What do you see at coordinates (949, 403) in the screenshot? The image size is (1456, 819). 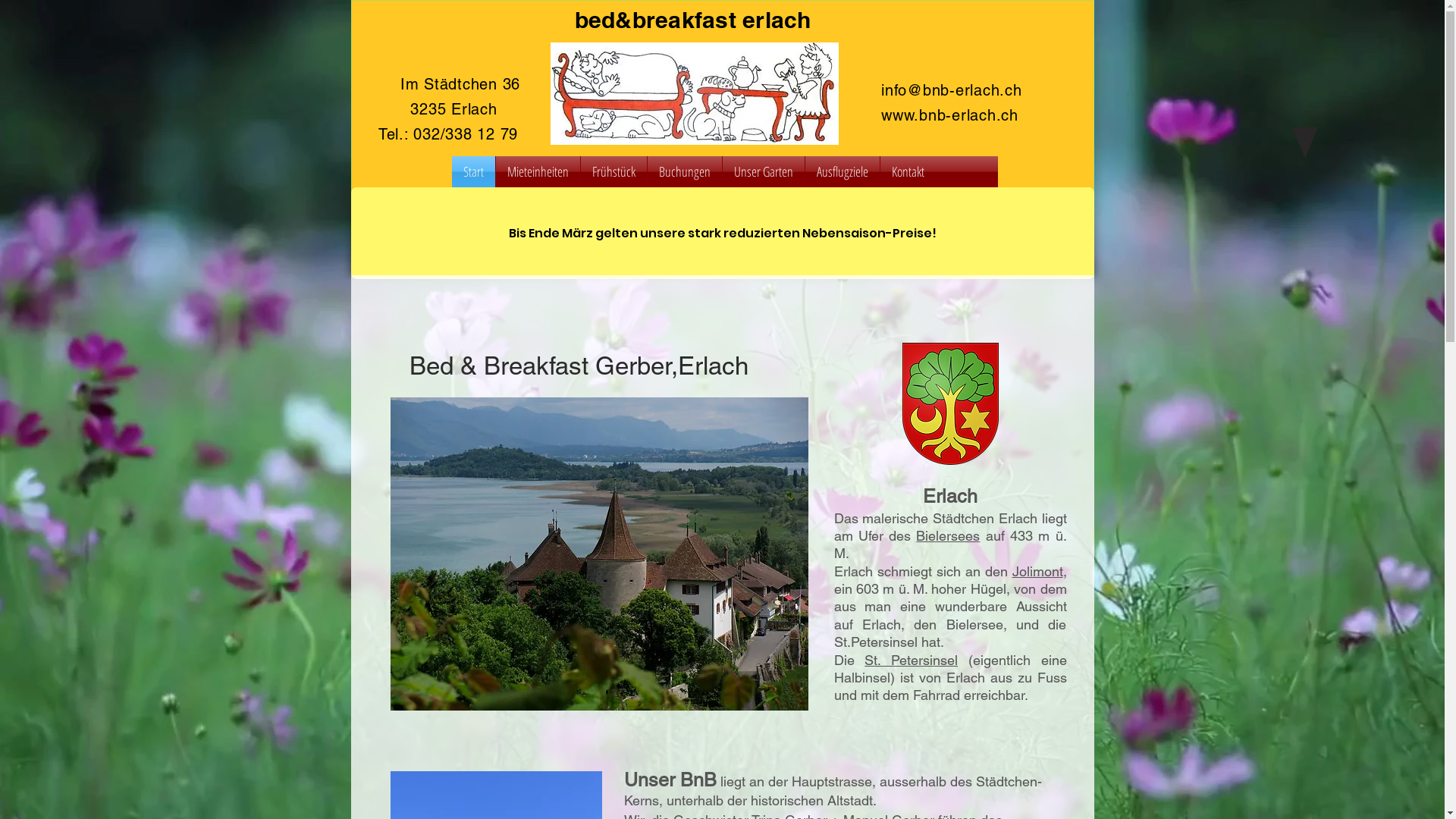 I see `'Erlacher Wappen.png'` at bounding box center [949, 403].